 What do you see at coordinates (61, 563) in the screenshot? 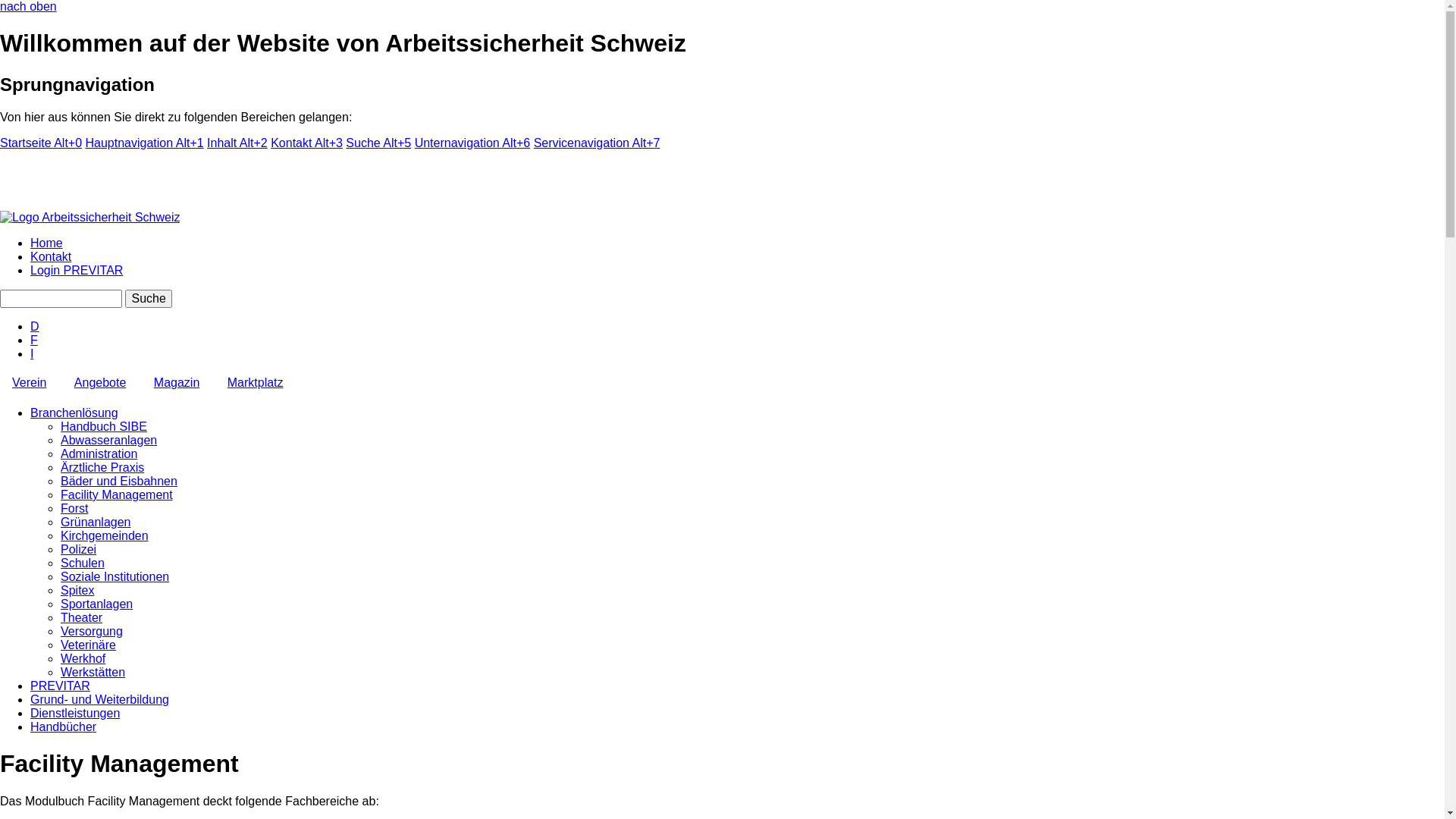
I see `'Schulen'` at bounding box center [61, 563].